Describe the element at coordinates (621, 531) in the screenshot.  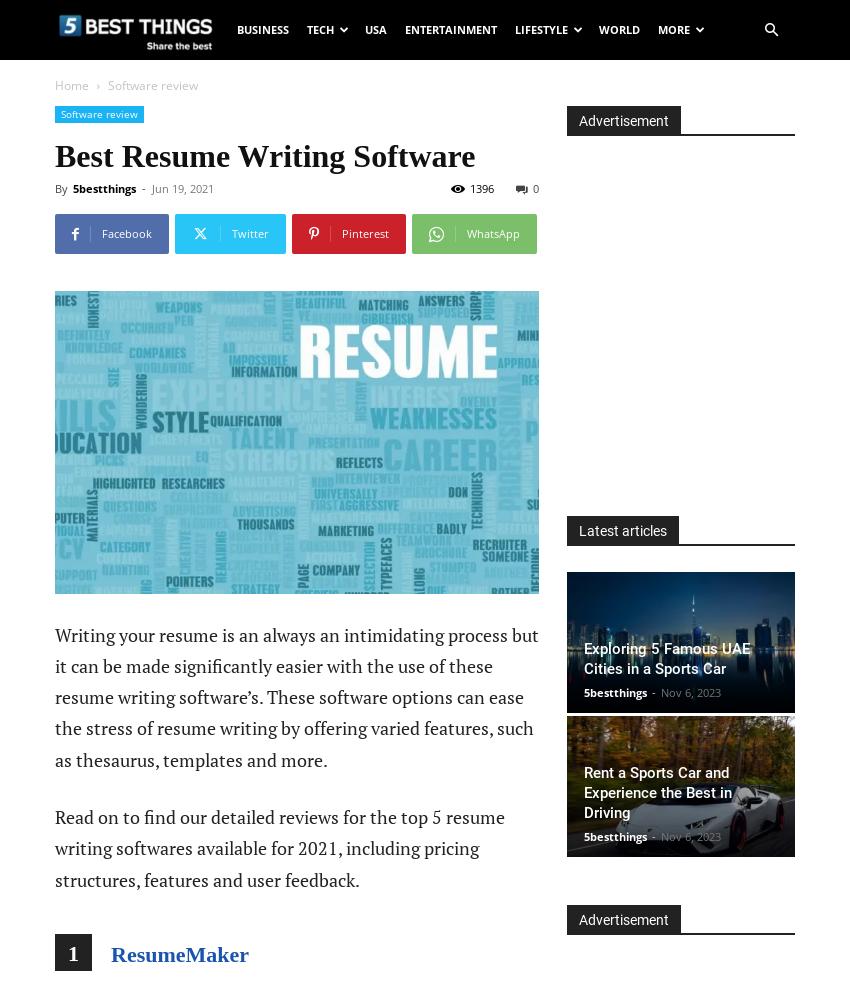
I see `'Latest articles'` at that location.